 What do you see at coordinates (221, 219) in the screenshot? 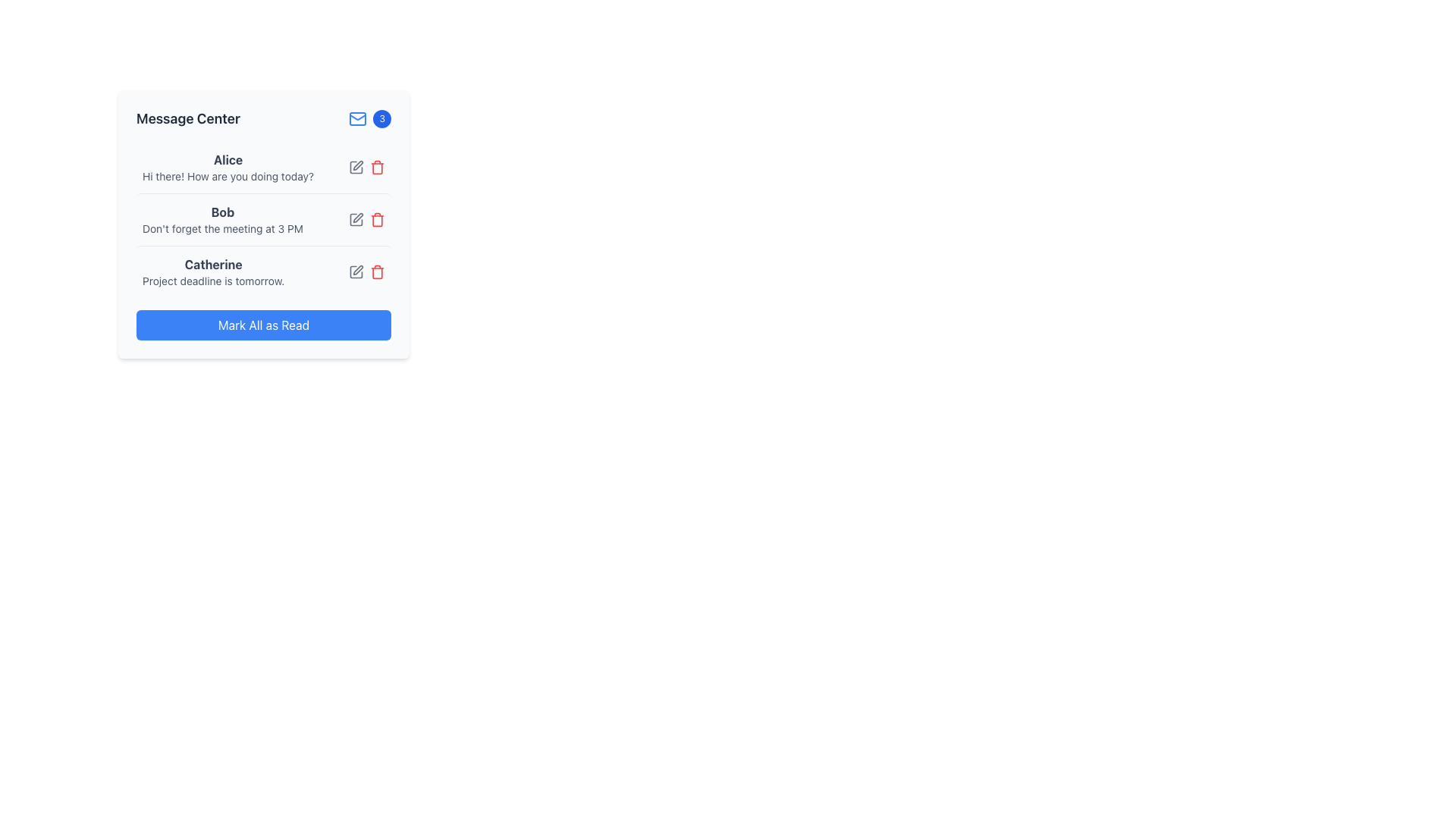
I see `message content and sender name from the Text element located in the second row of the message list in the 'Message Center' panel, positioned between entries for 'Alice' and 'Catherine'` at bounding box center [221, 219].